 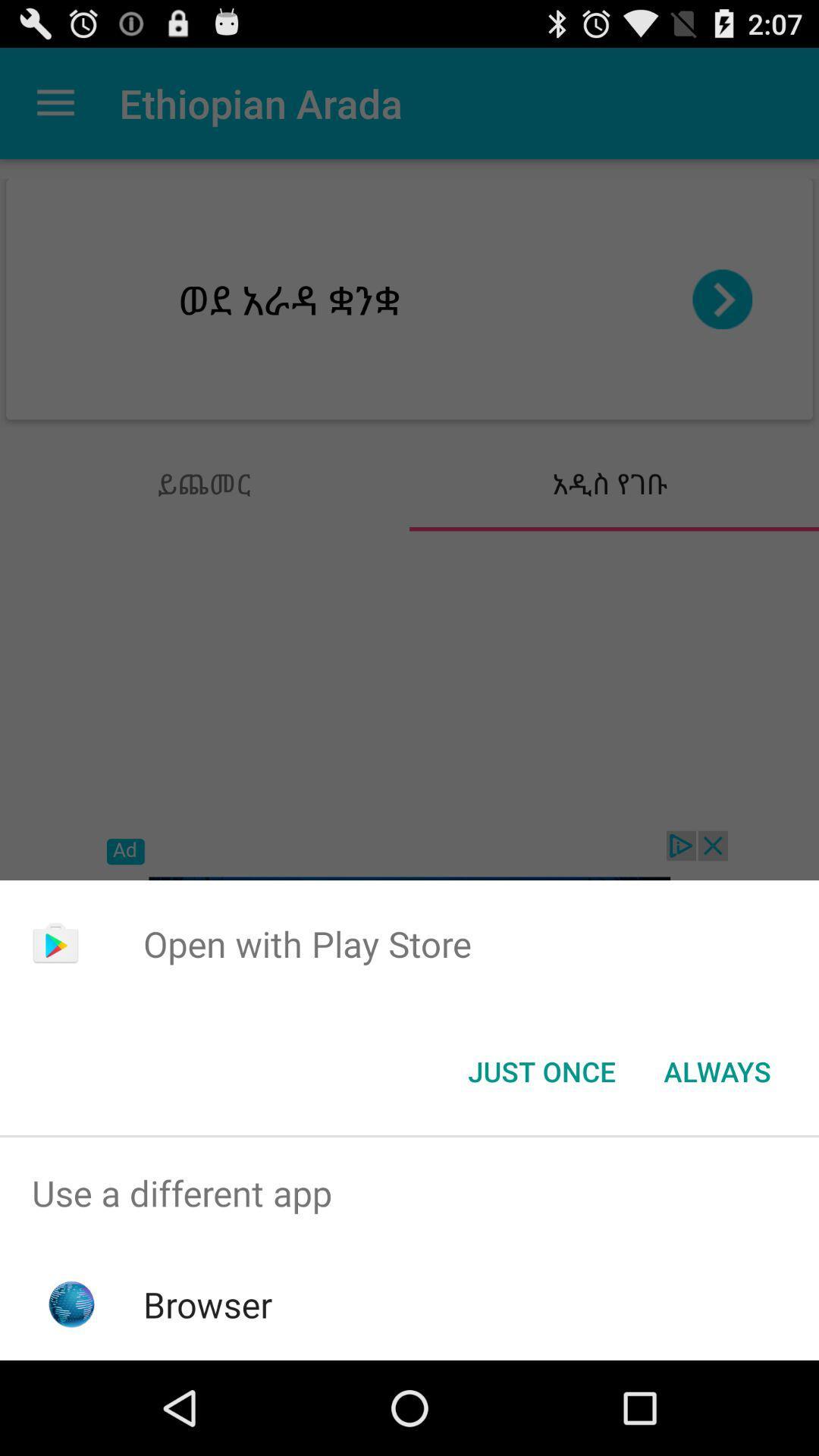 What do you see at coordinates (208, 1304) in the screenshot?
I see `the browser item` at bounding box center [208, 1304].